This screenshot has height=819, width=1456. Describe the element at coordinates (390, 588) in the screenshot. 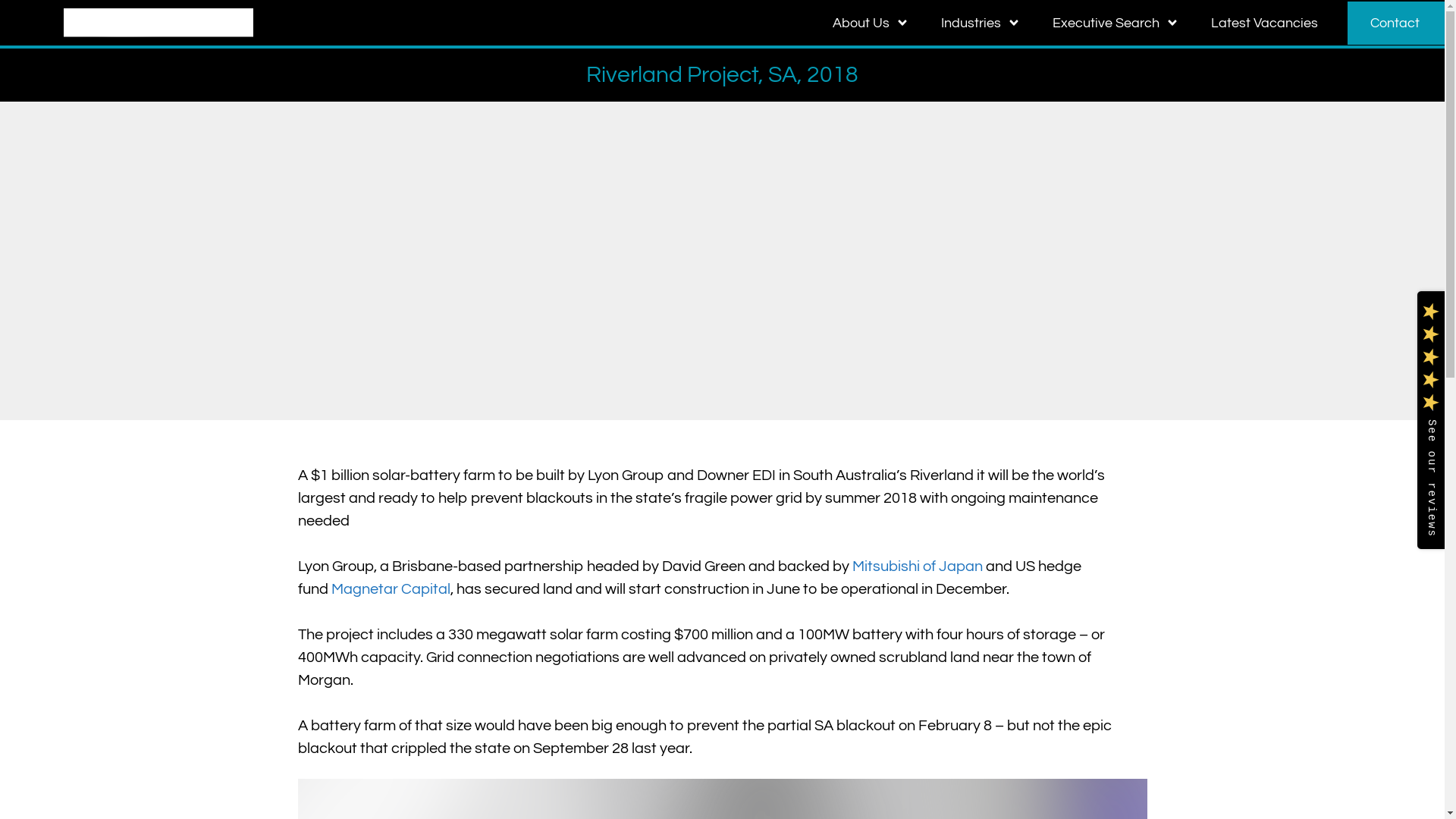

I see `'Magnetar Capital'` at that location.